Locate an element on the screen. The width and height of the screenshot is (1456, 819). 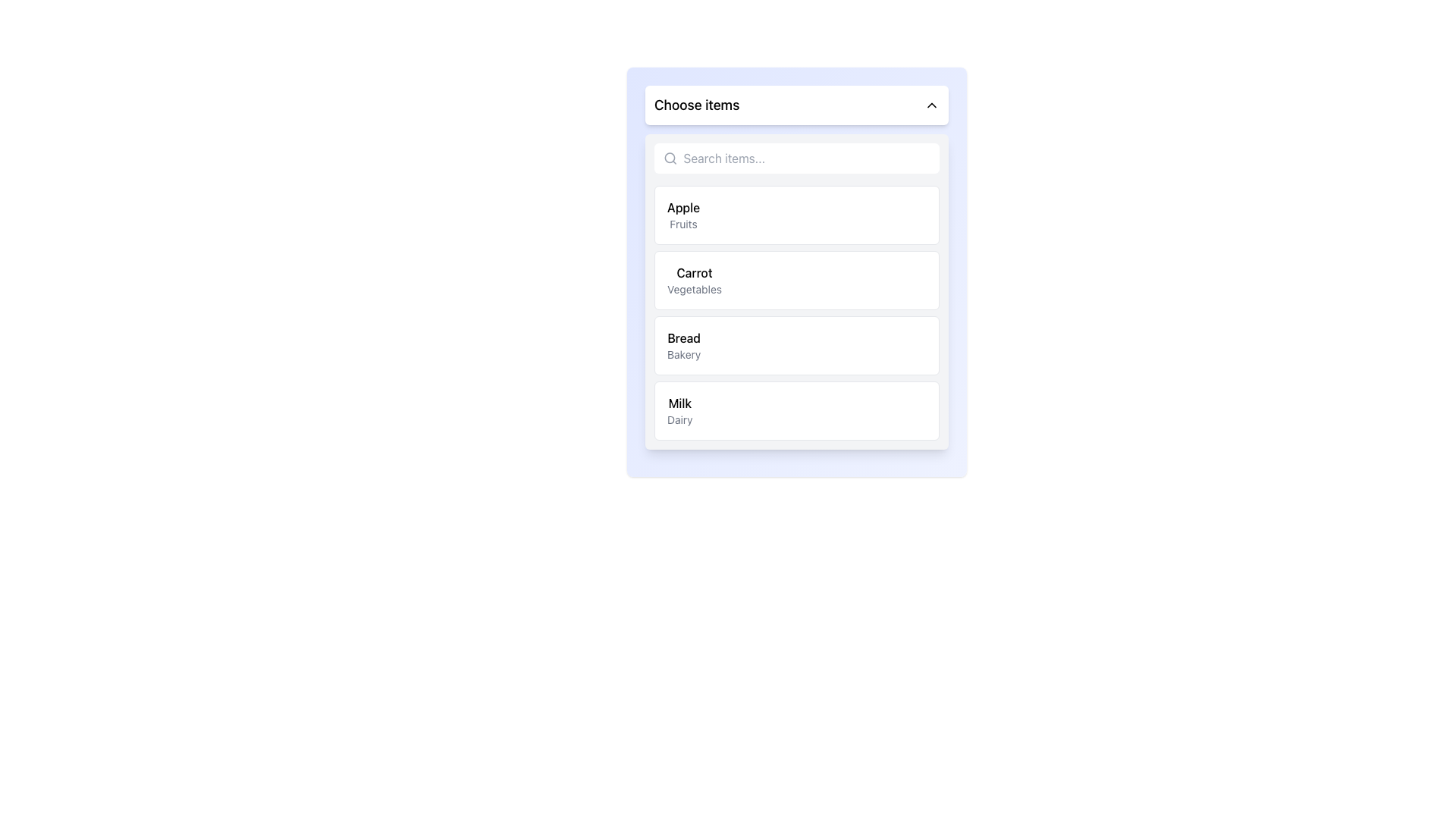
the decorative circular part of the magnifying glass icon in the search bar located at the top of the dropdown panel, to the left of the text input field is located at coordinates (669, 158).